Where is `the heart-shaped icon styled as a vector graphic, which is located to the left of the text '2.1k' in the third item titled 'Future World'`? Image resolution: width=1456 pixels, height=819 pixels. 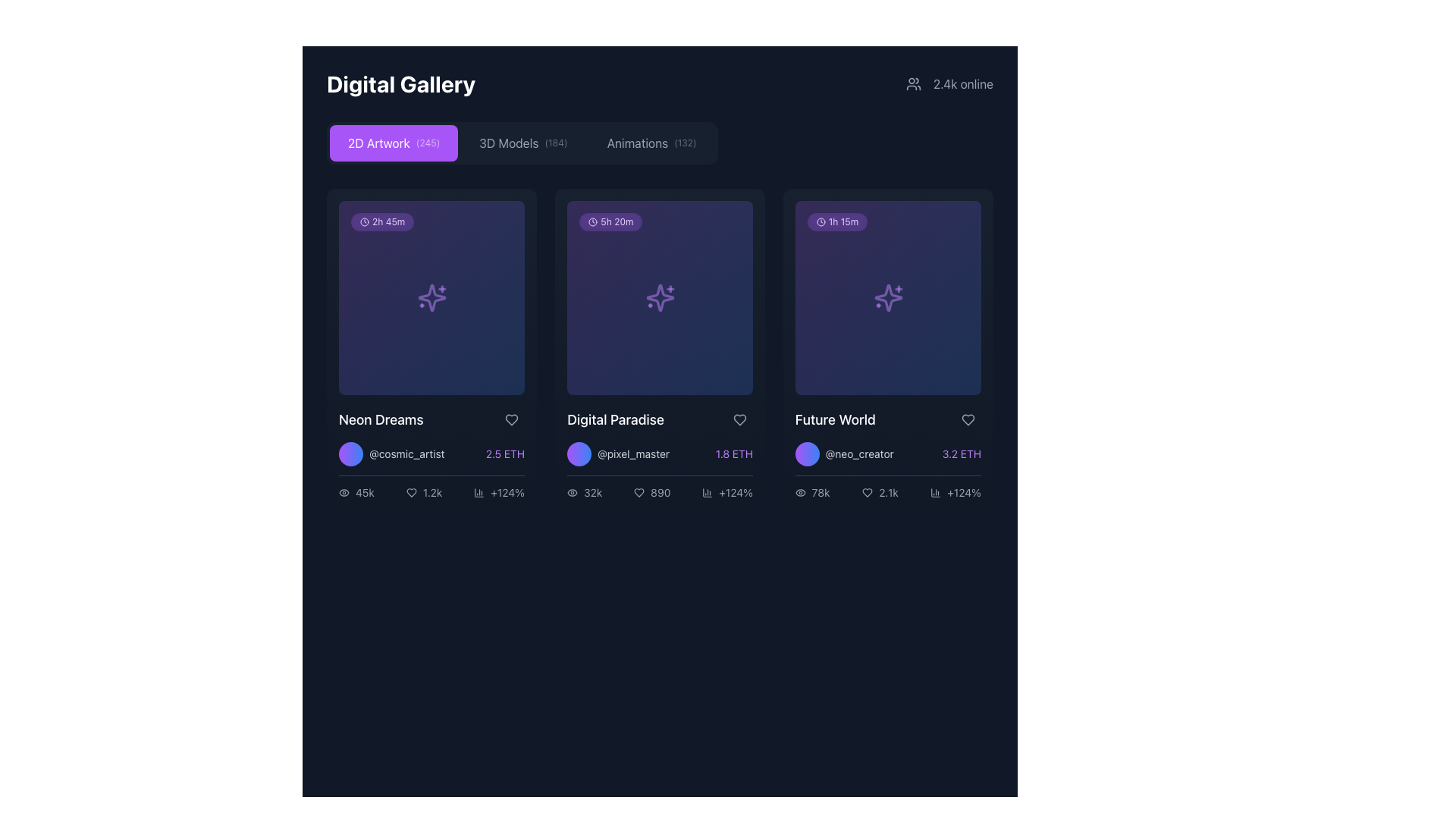
the heart-shaped icon styled as a vector graphic, which is located to the left of the text '2.1k' in the third item titled 'Future World' is located at coordinates (868, 493).